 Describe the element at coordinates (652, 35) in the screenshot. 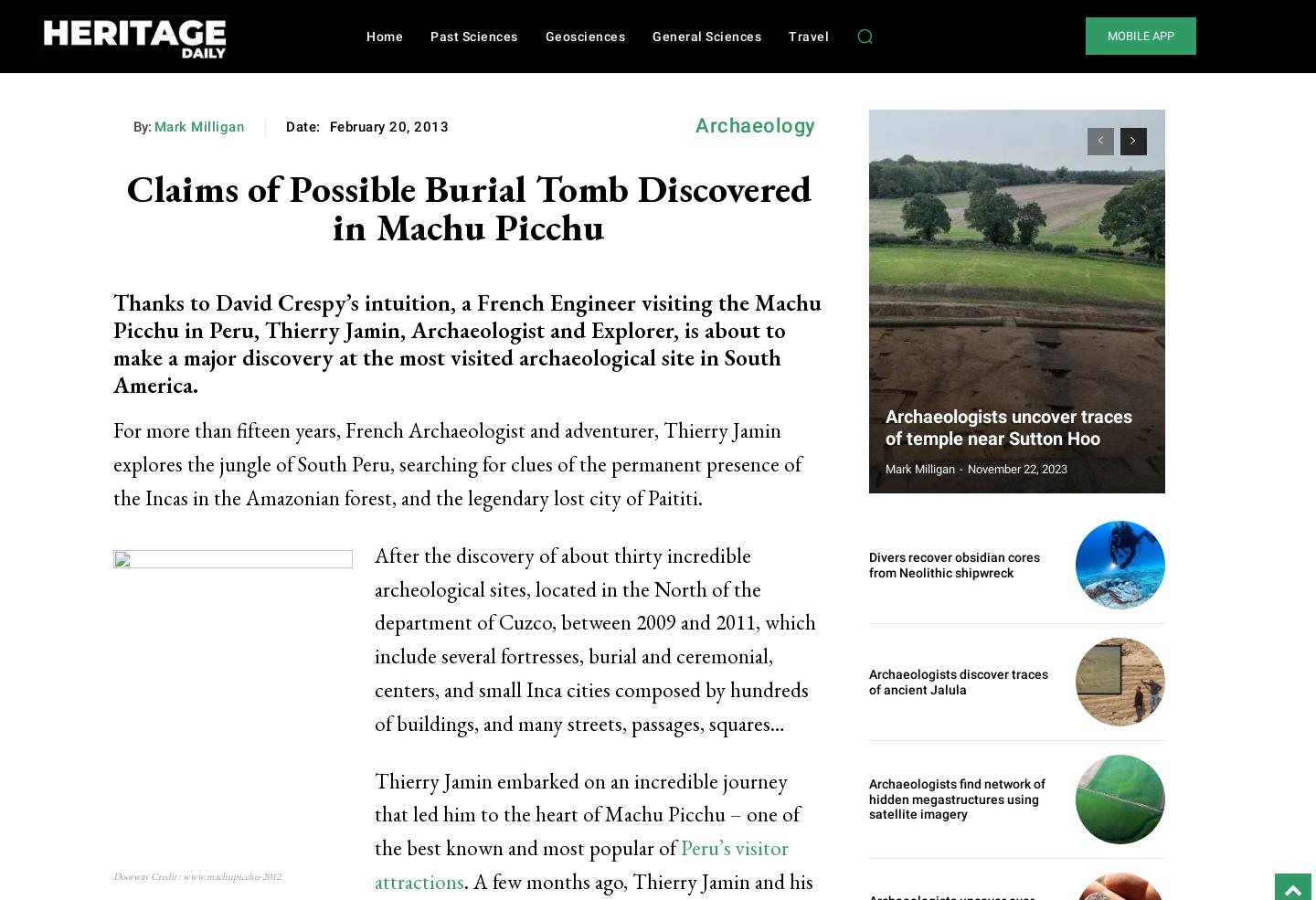

I see `'General Sciences'` at that location.